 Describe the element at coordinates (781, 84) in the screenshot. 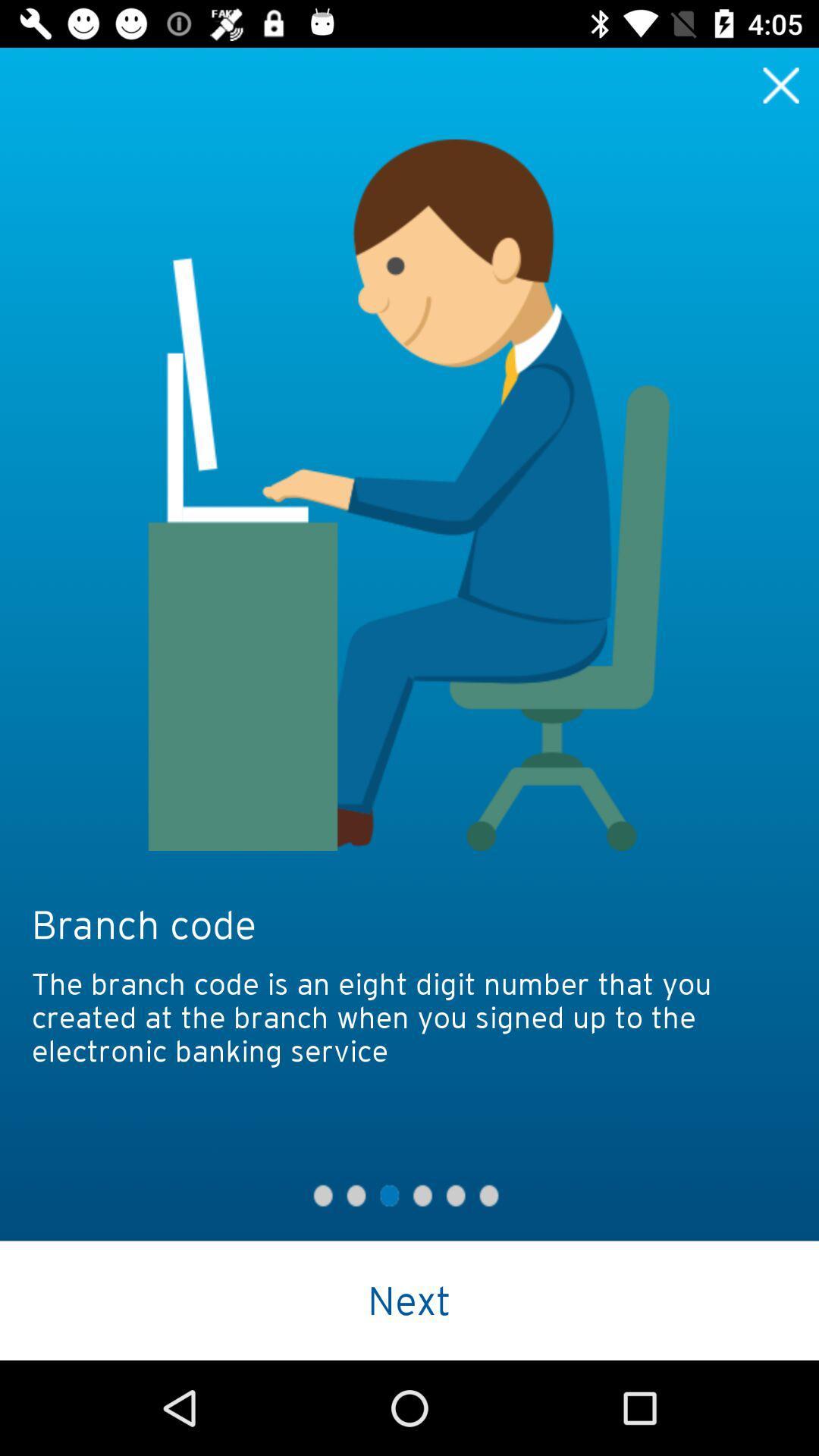

I see `close` at that location.